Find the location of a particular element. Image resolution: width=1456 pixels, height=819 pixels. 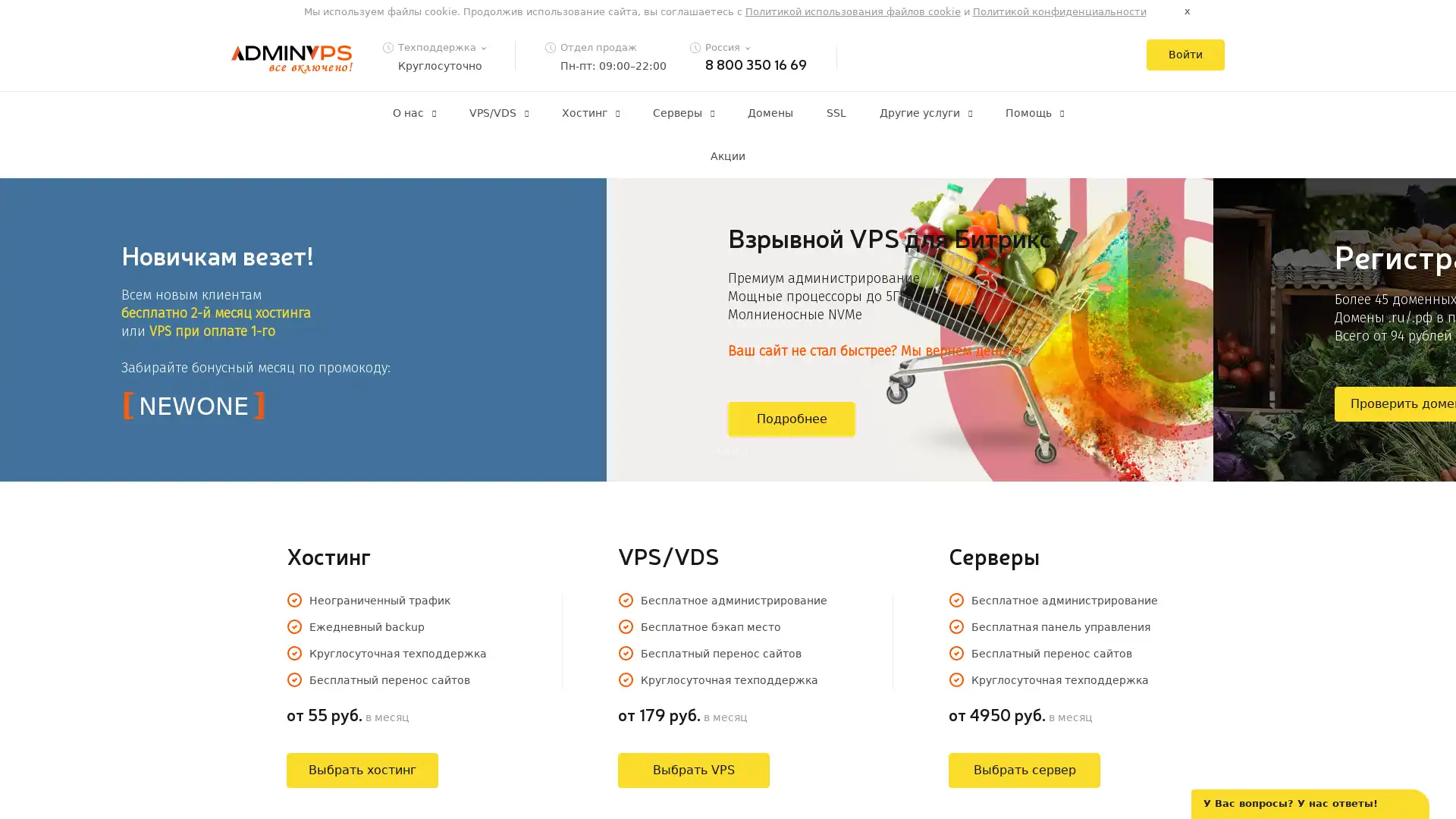

4 is located at coordinates (737, 450).